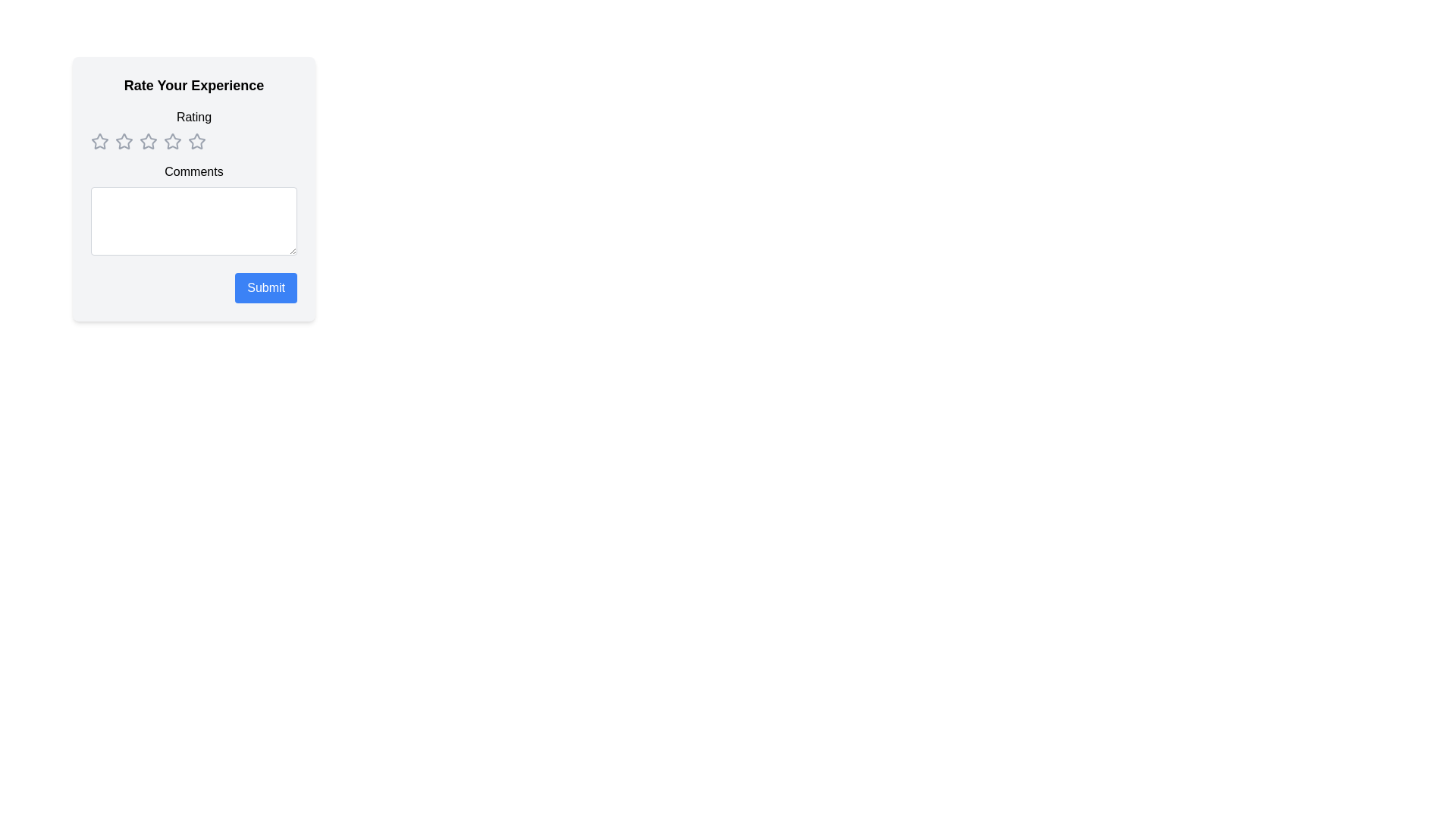  Describe the element at coordinates (99, 141) in the screenshot. I see `the first star-shaped icon with a gray outline in the rating section of the feedback form` at that location.